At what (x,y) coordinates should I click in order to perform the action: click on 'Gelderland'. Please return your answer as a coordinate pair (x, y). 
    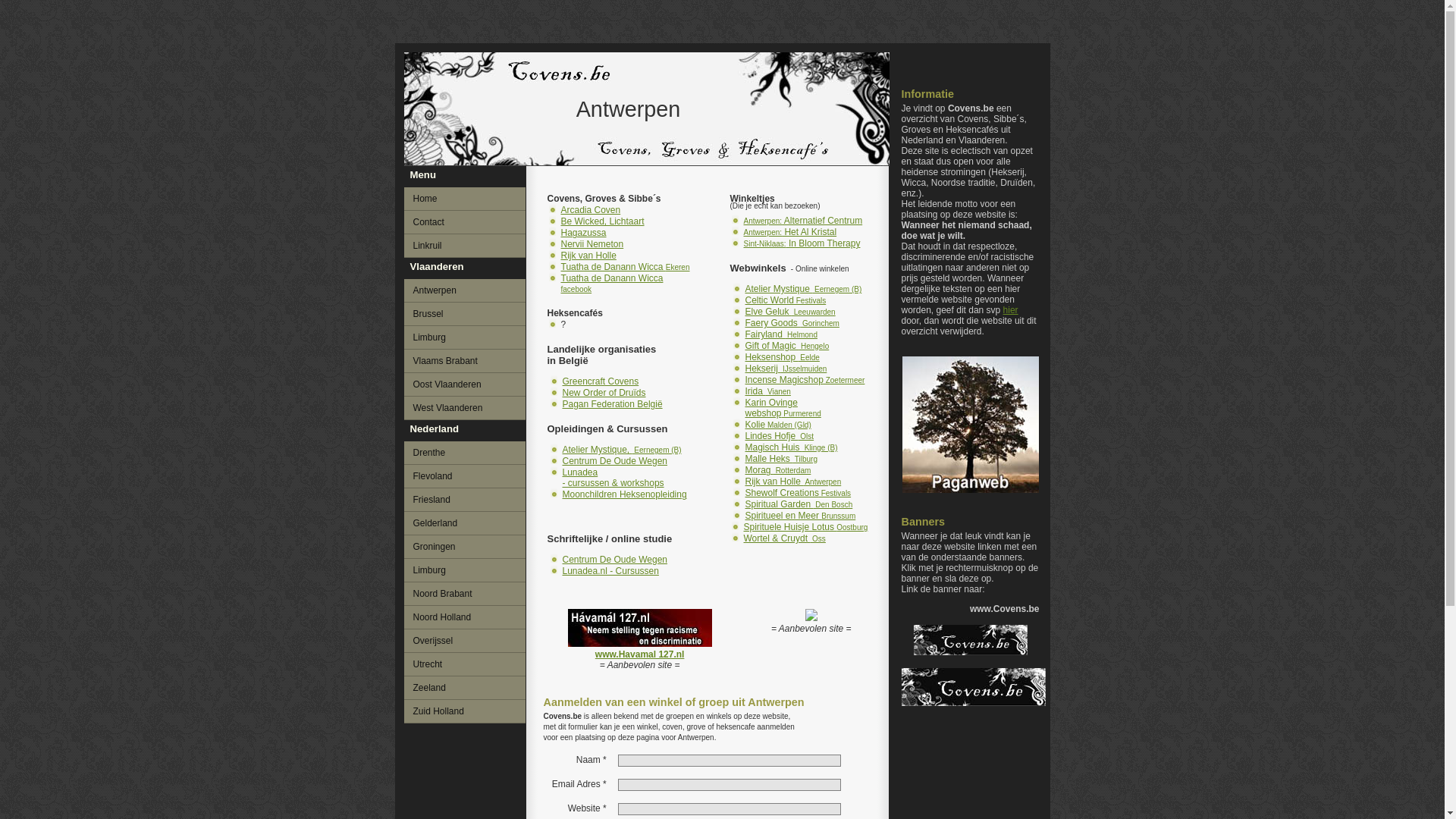
    Looking at the image, I should click on (463, 522).